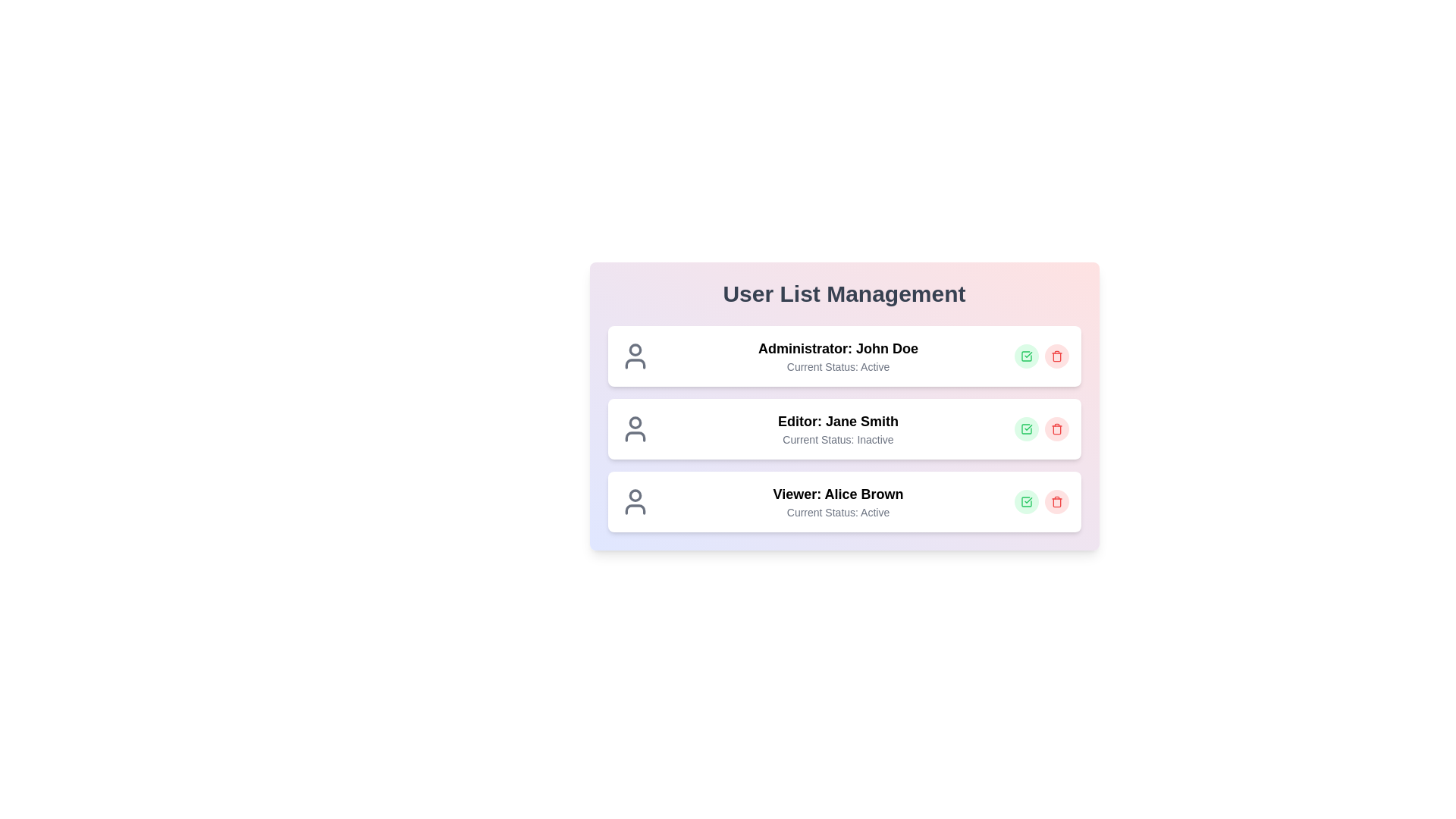 The image size is (1456, 819). Describe the element at coordinates (837, 512) in the screenshot. I see `the text element reading 'Current Status: Active', which is styled with a small font size and gray color, located under the label 'Viewer: Alice Brown' in the user information block` at that location.